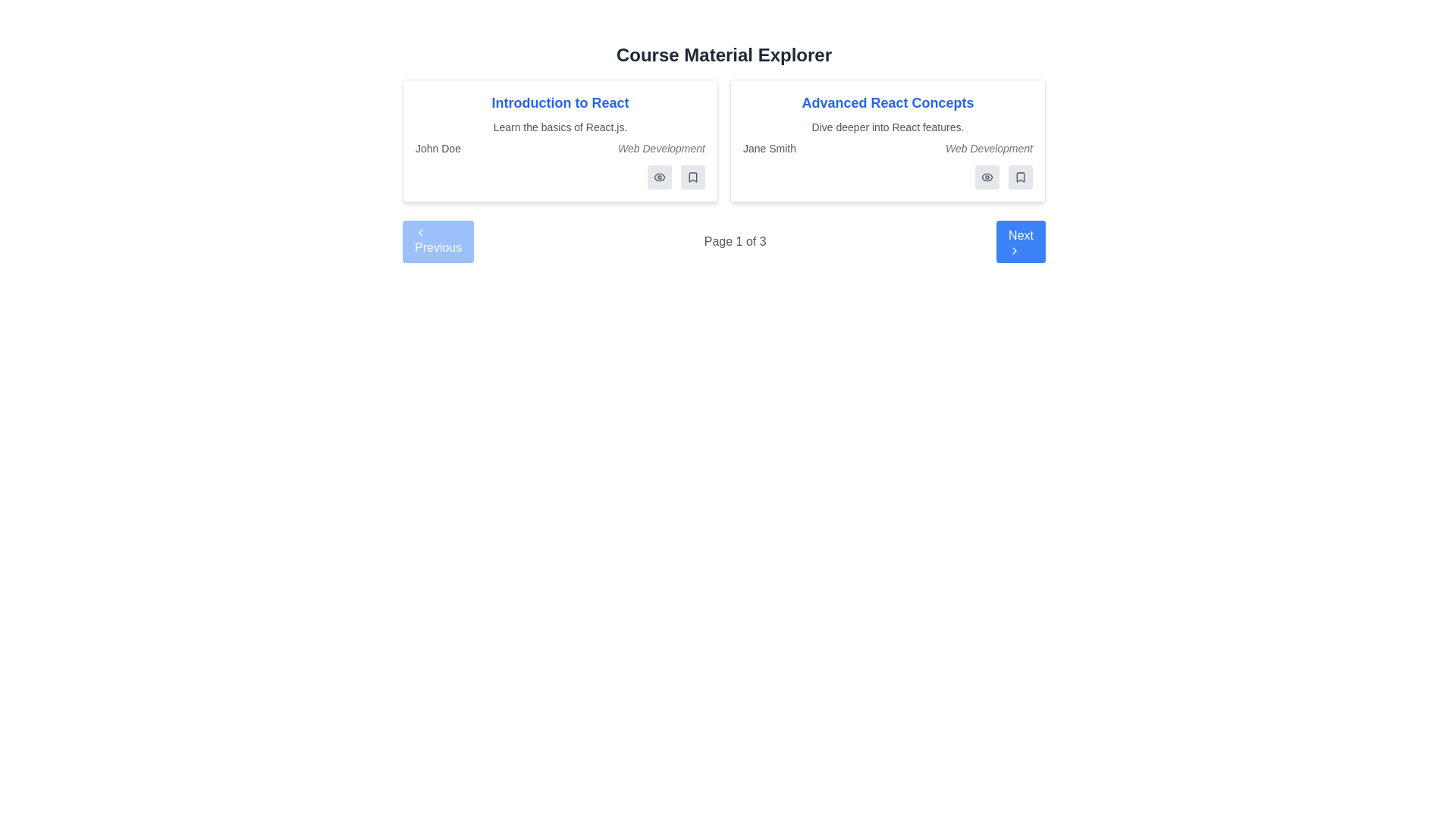 Image resolution: width=1456 pixels, height=819 pixels. Describe the element at coordinates (1021, 241) in the screenshot. I see `the navigation button located at the right-most end of the horizontal navigation section to move to the next page` at that location.